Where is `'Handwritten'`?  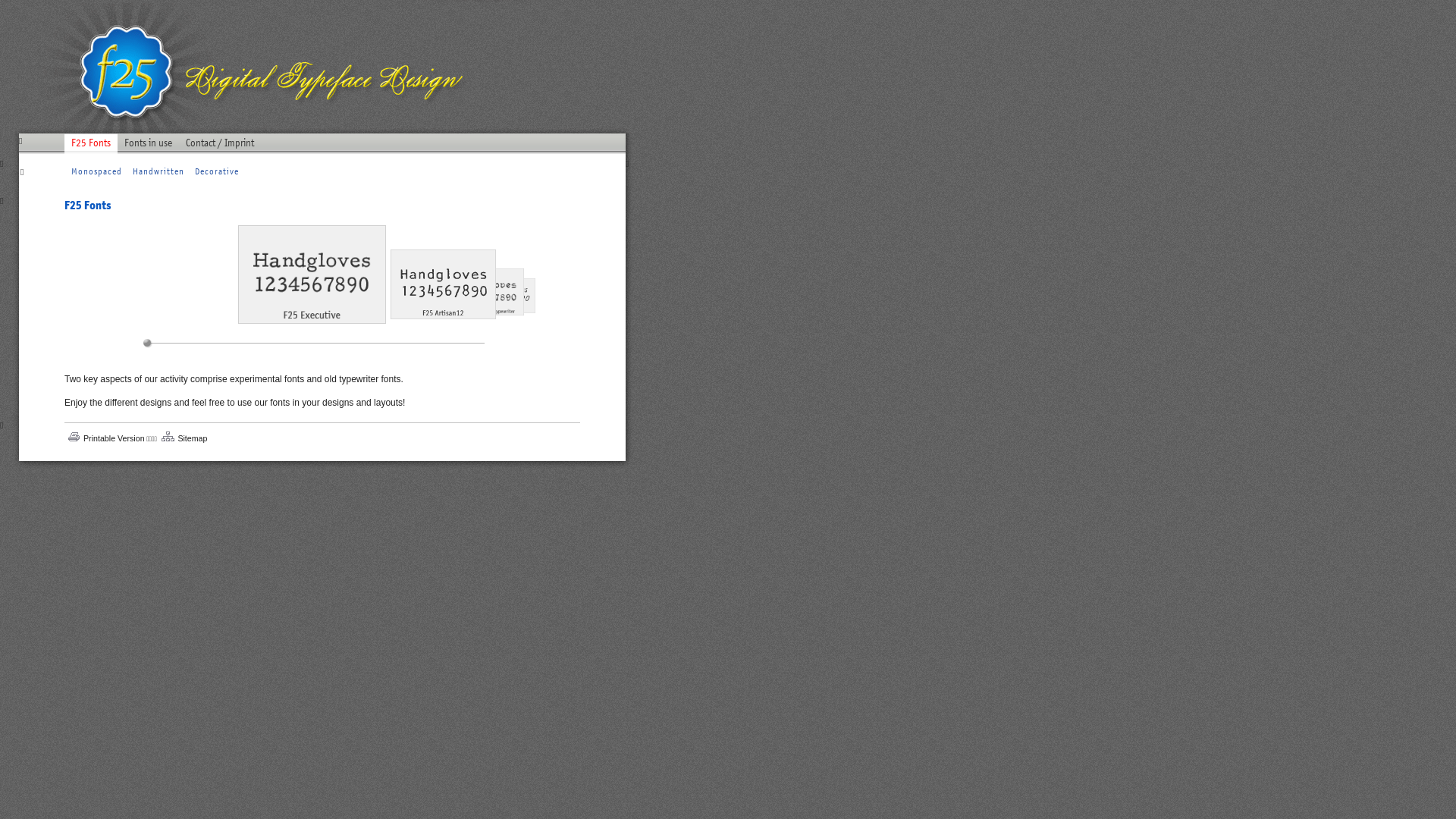
'Handwritten' is located at coordinates (158, 171).